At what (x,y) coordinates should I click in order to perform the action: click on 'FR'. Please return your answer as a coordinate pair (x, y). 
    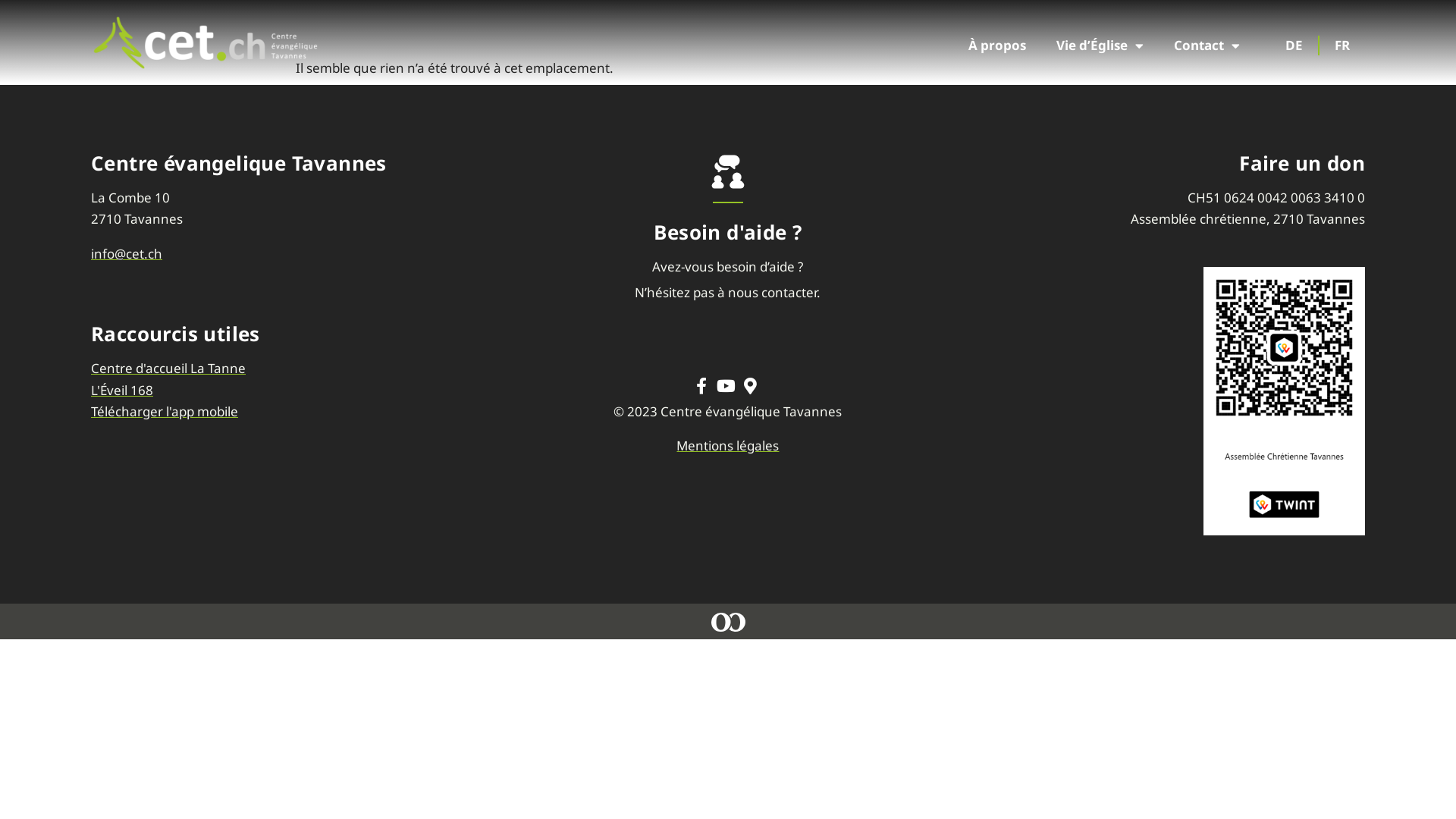
    Looking at the image, I should click on (1342, 45).